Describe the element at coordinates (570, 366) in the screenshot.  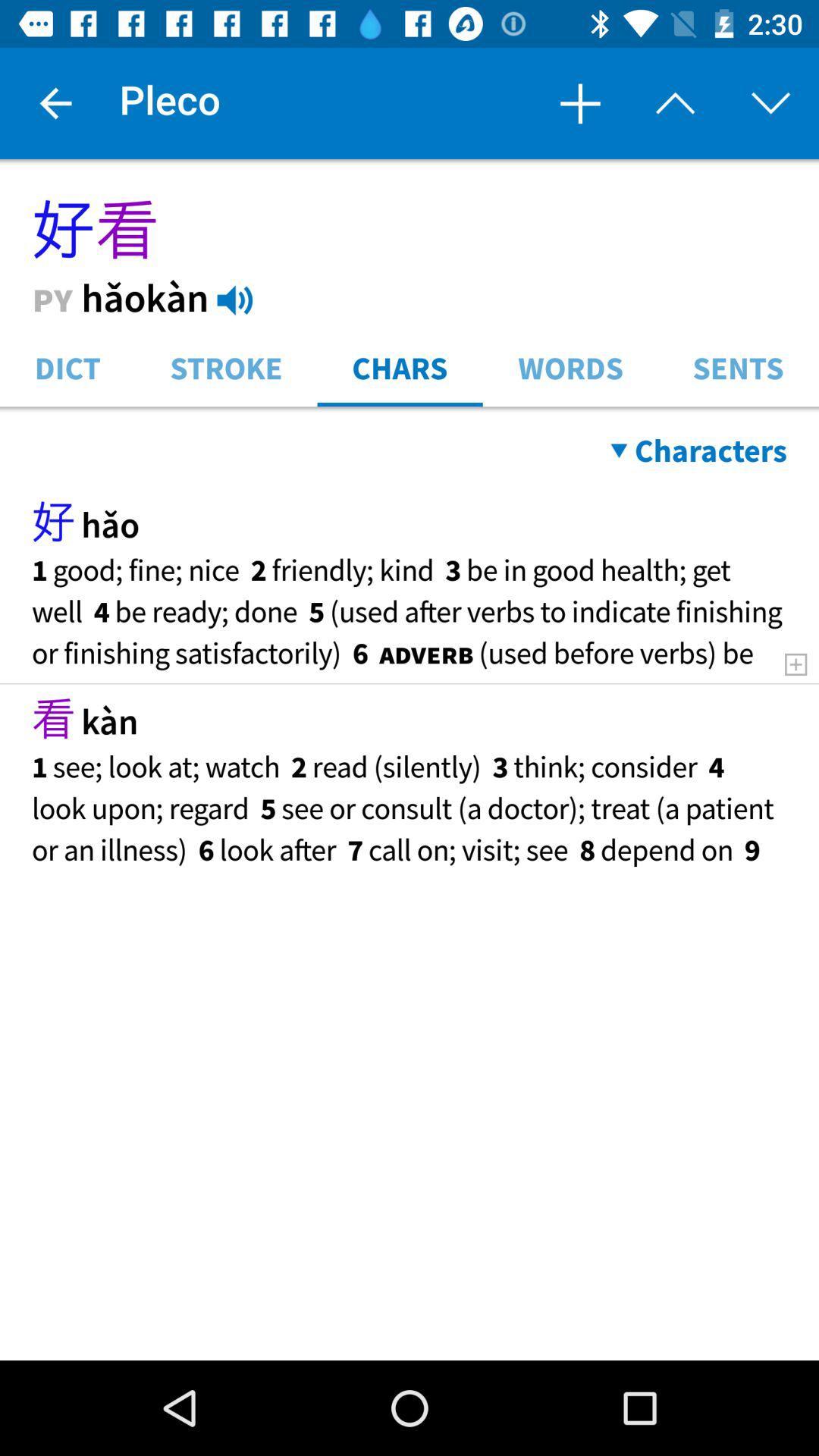
I see `words` at that location.